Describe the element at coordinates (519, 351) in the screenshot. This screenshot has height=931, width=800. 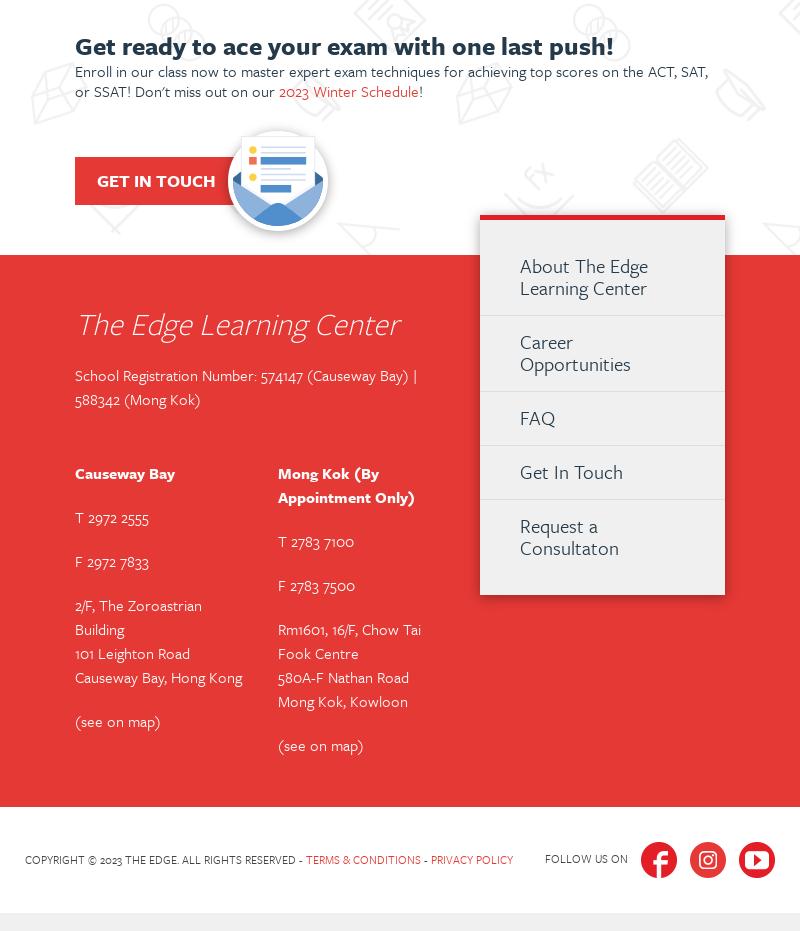
I see `'Career Opportunities'` at that location.